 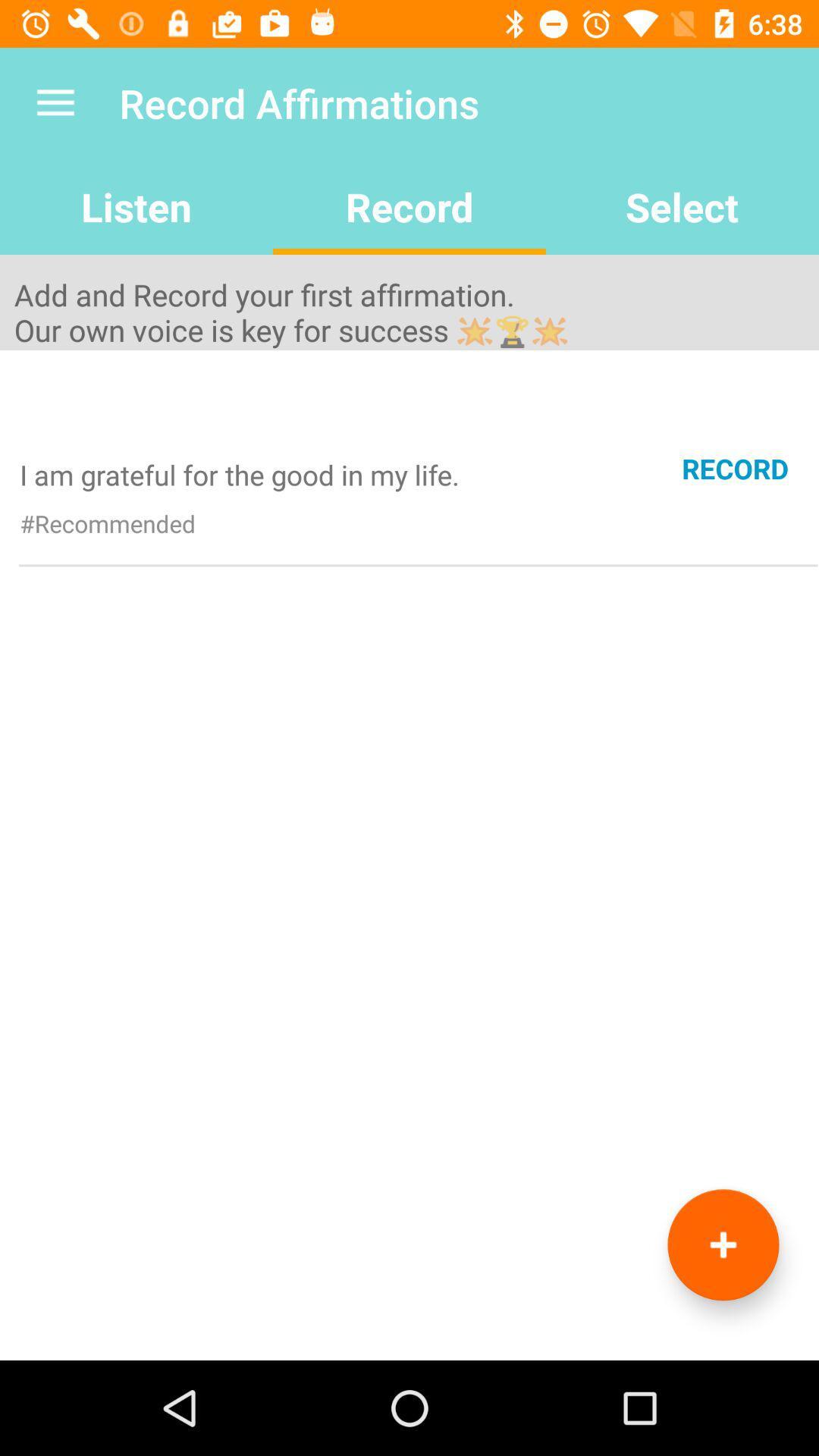 I want to click on record option, so click(x=722, y=1244).